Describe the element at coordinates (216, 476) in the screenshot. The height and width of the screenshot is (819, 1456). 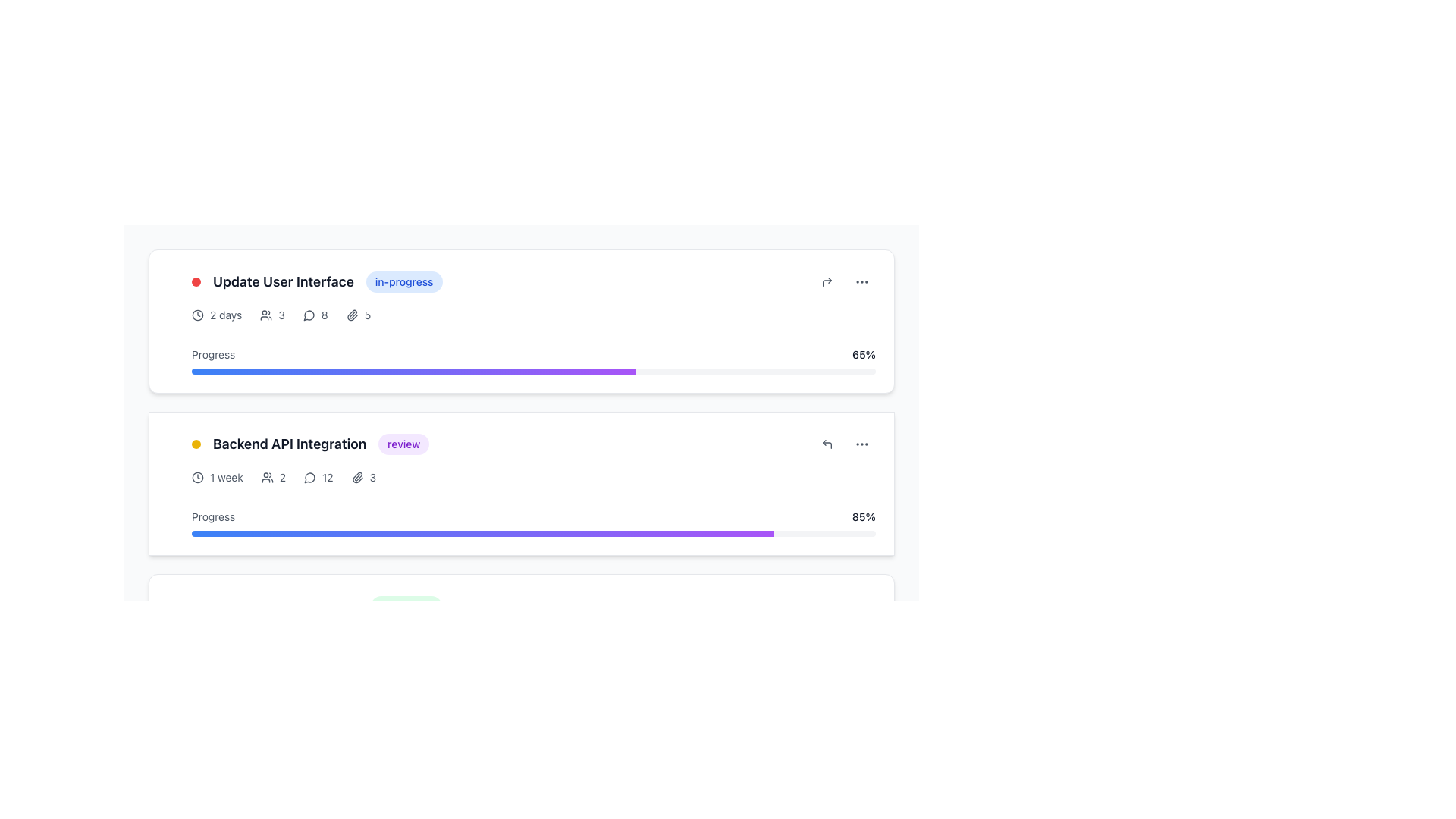
I see `the informational Text and Icon Pair indicating the duration of the task within the 'Backend API Integration' task card` at that location.